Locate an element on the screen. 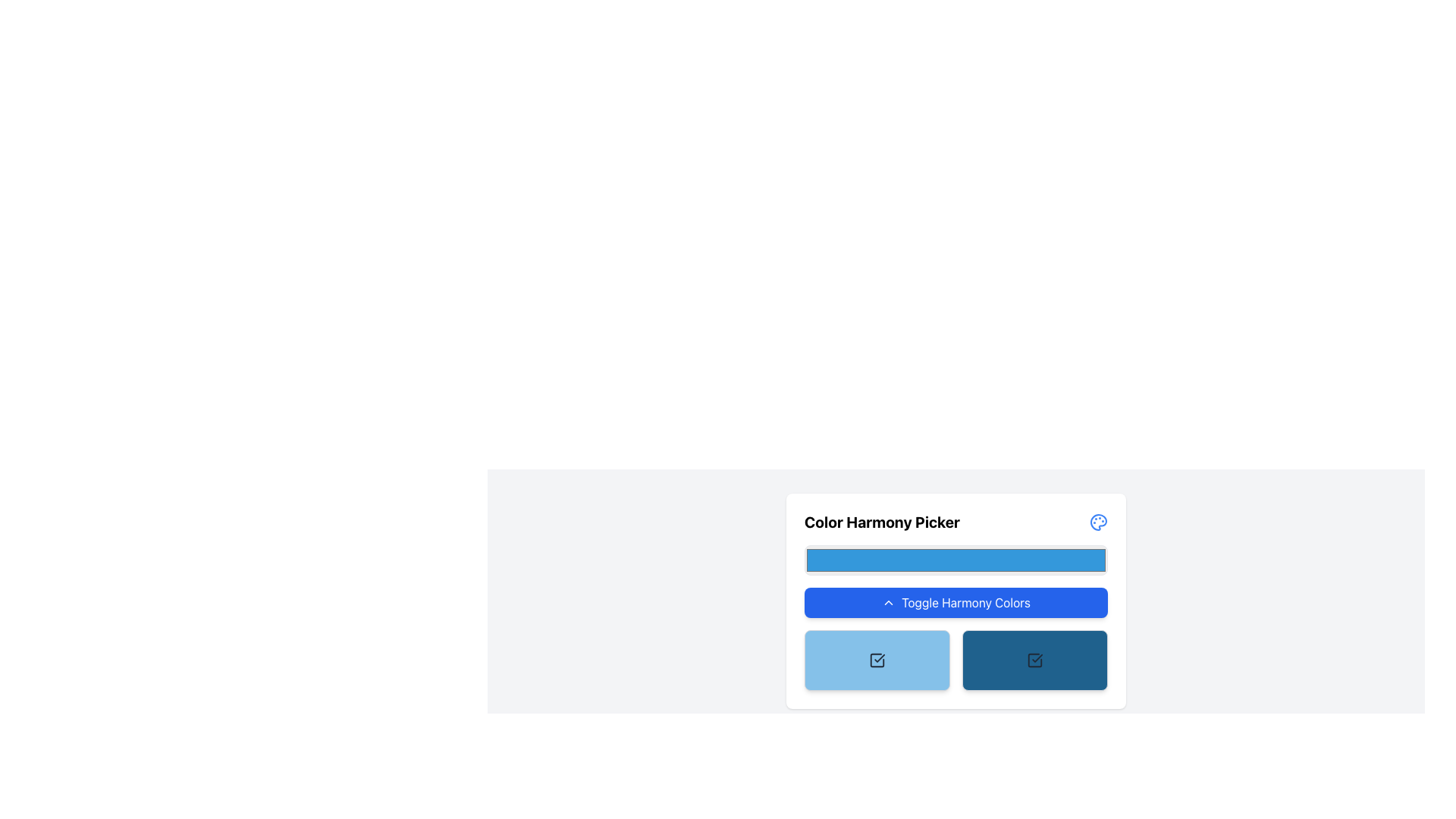 The height and width of the screenshot is (819, 1456). the circular palette icon with colorful accents, resembling a painter's palette, located in the top right corner of the 'Color Harmony Picker' card is located at coordinates (1099, 522).